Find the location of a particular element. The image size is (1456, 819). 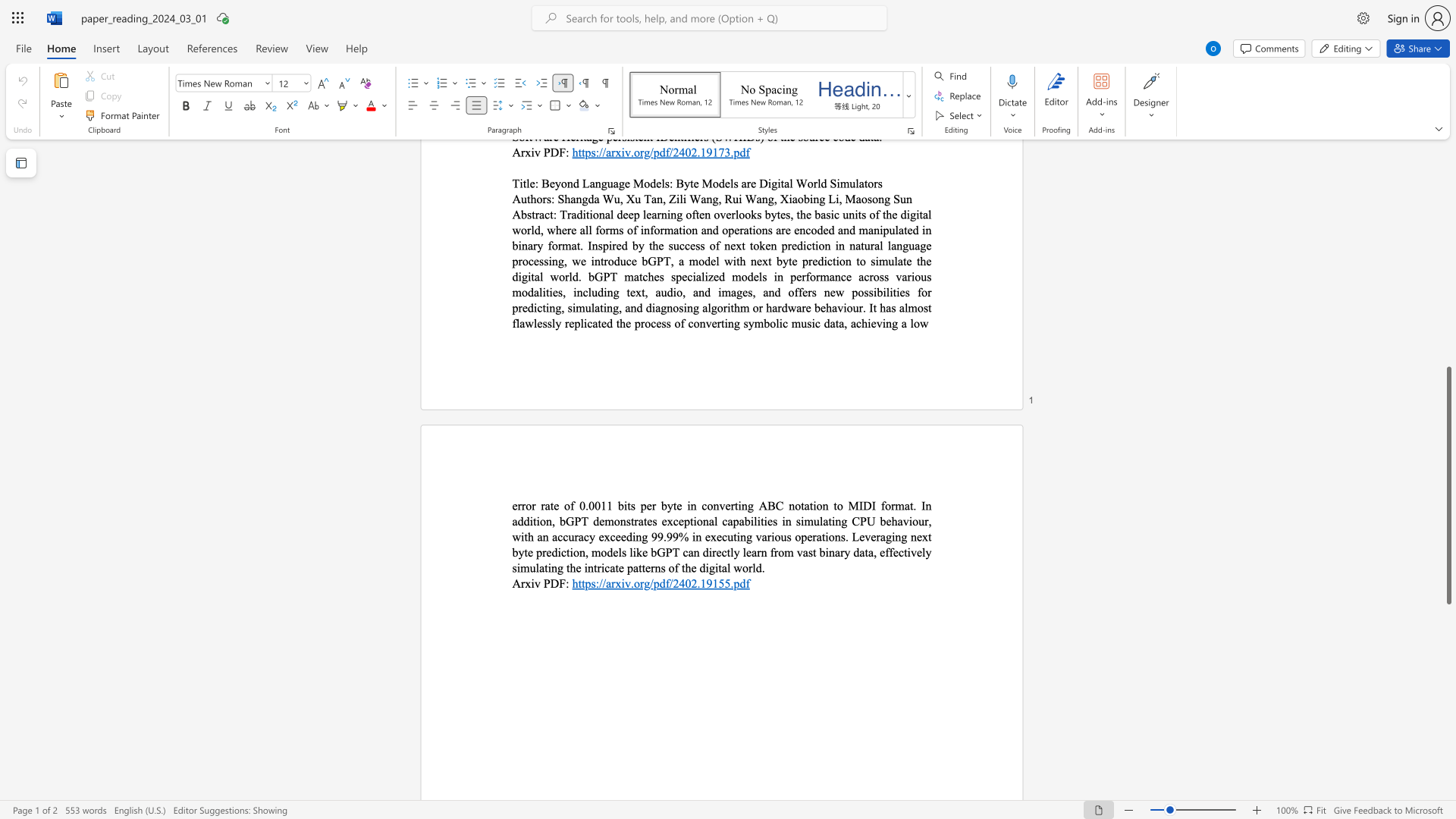

the scrollbar to move the page up is located at coordinates (1448, 174).